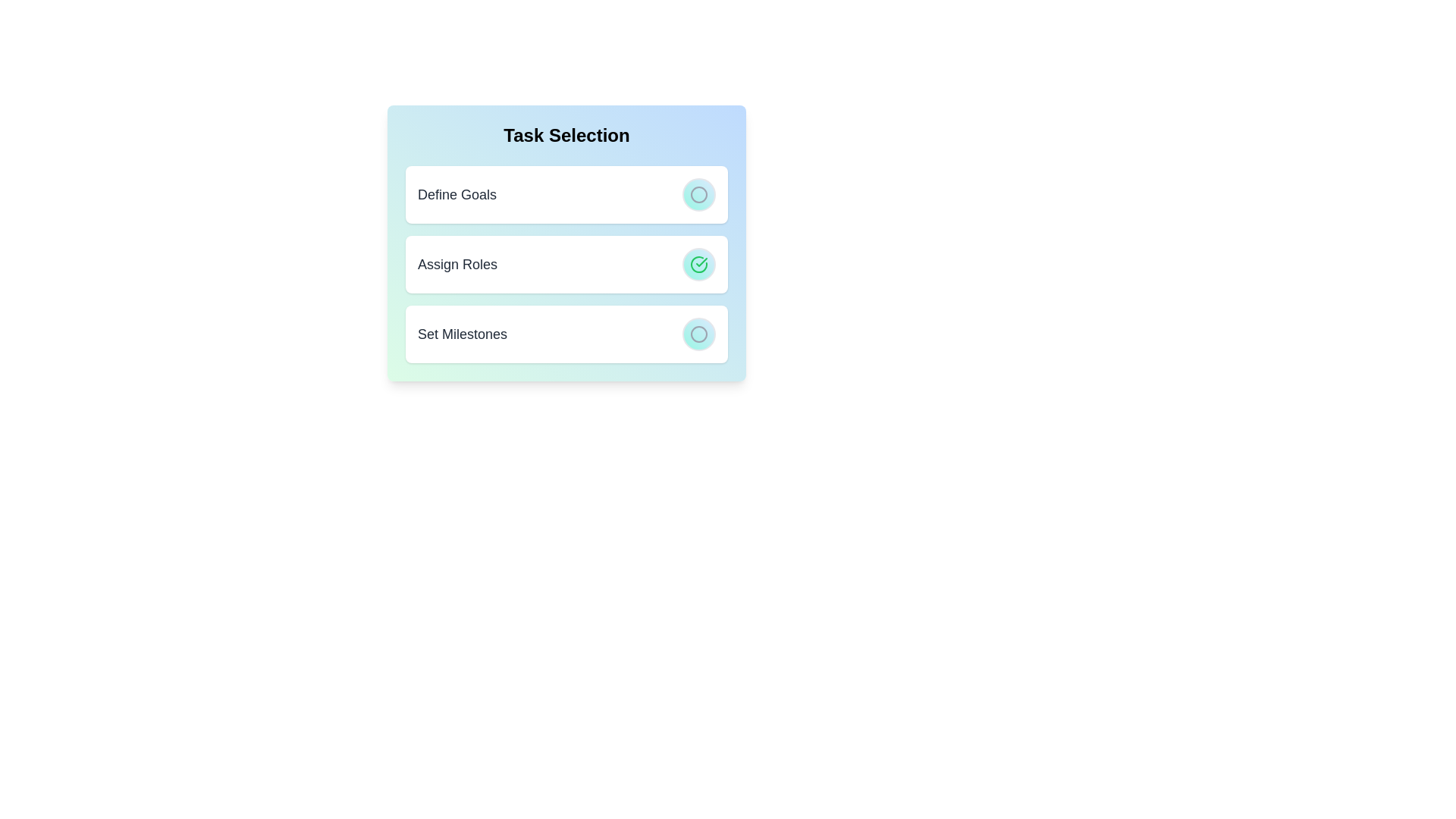  Describe the element at coordinates (566, 194) in the screenshot. I see `the task item Define Goals to observe the hover effect` at that location.